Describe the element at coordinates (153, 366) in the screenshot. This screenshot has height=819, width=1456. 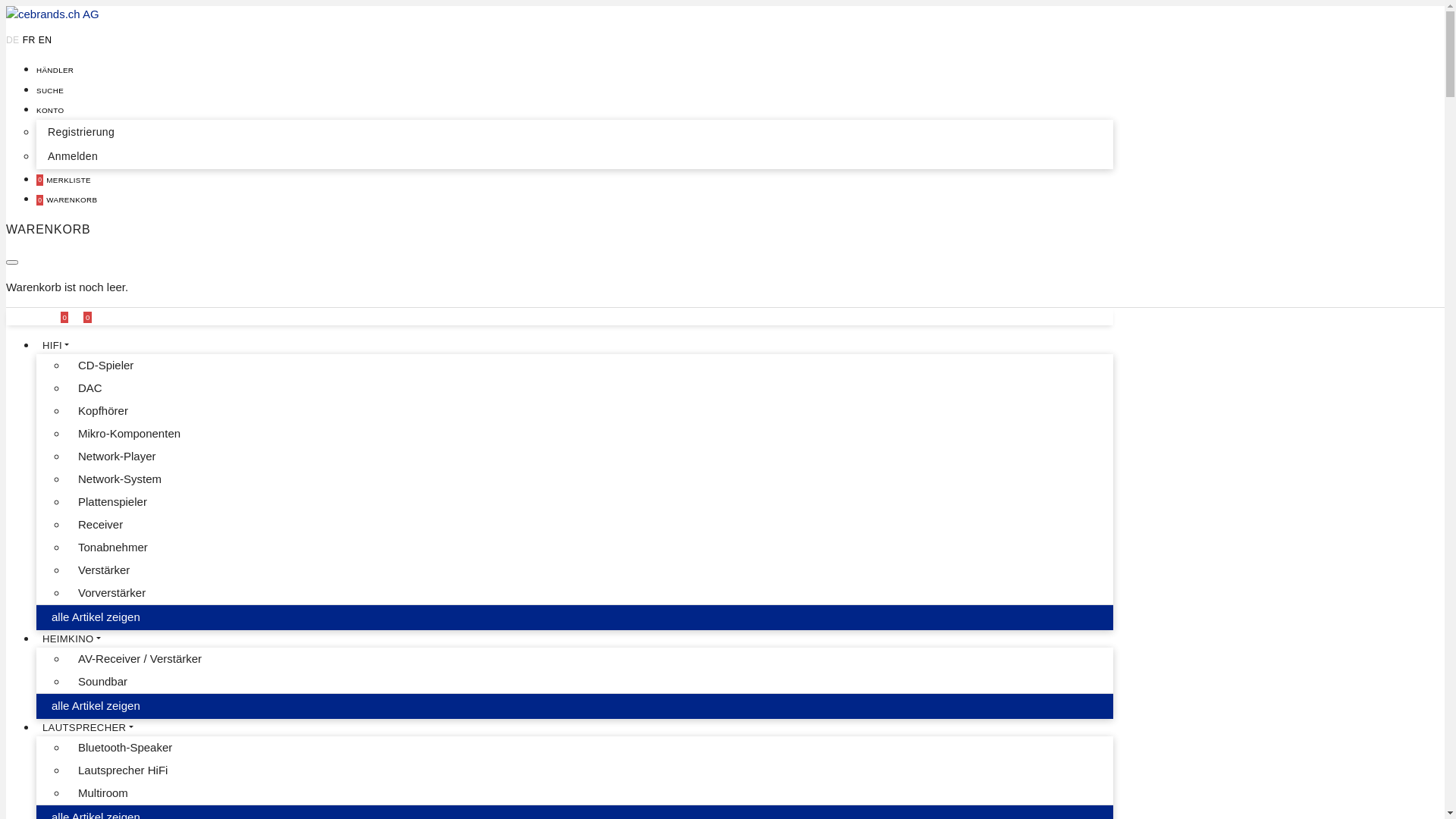
I see `'CD-Spieler'` at that location.